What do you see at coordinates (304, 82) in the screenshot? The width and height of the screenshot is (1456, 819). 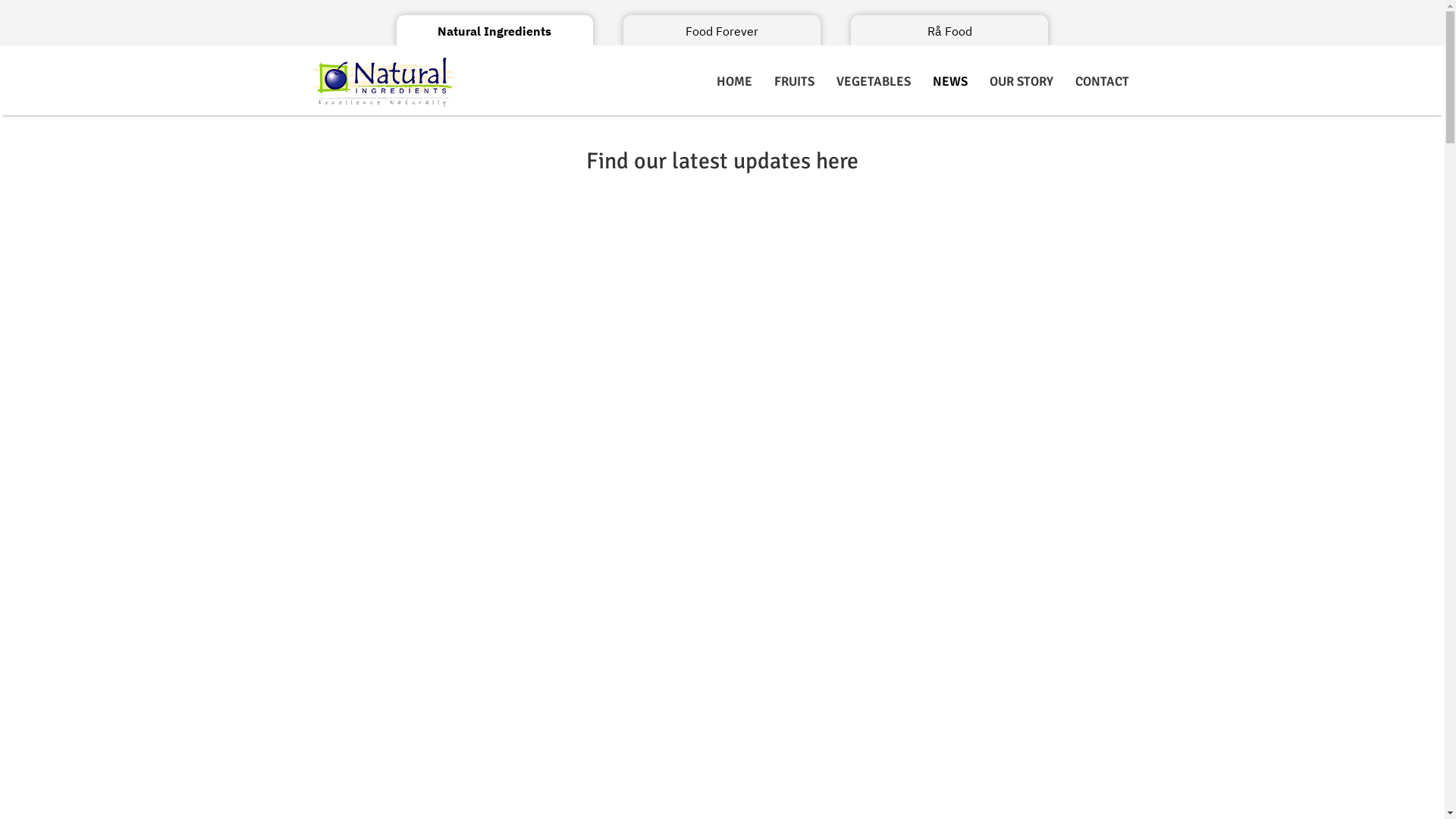 I see `'Natural Ingredient oldlogo small'` at bounding box center [304, 82].